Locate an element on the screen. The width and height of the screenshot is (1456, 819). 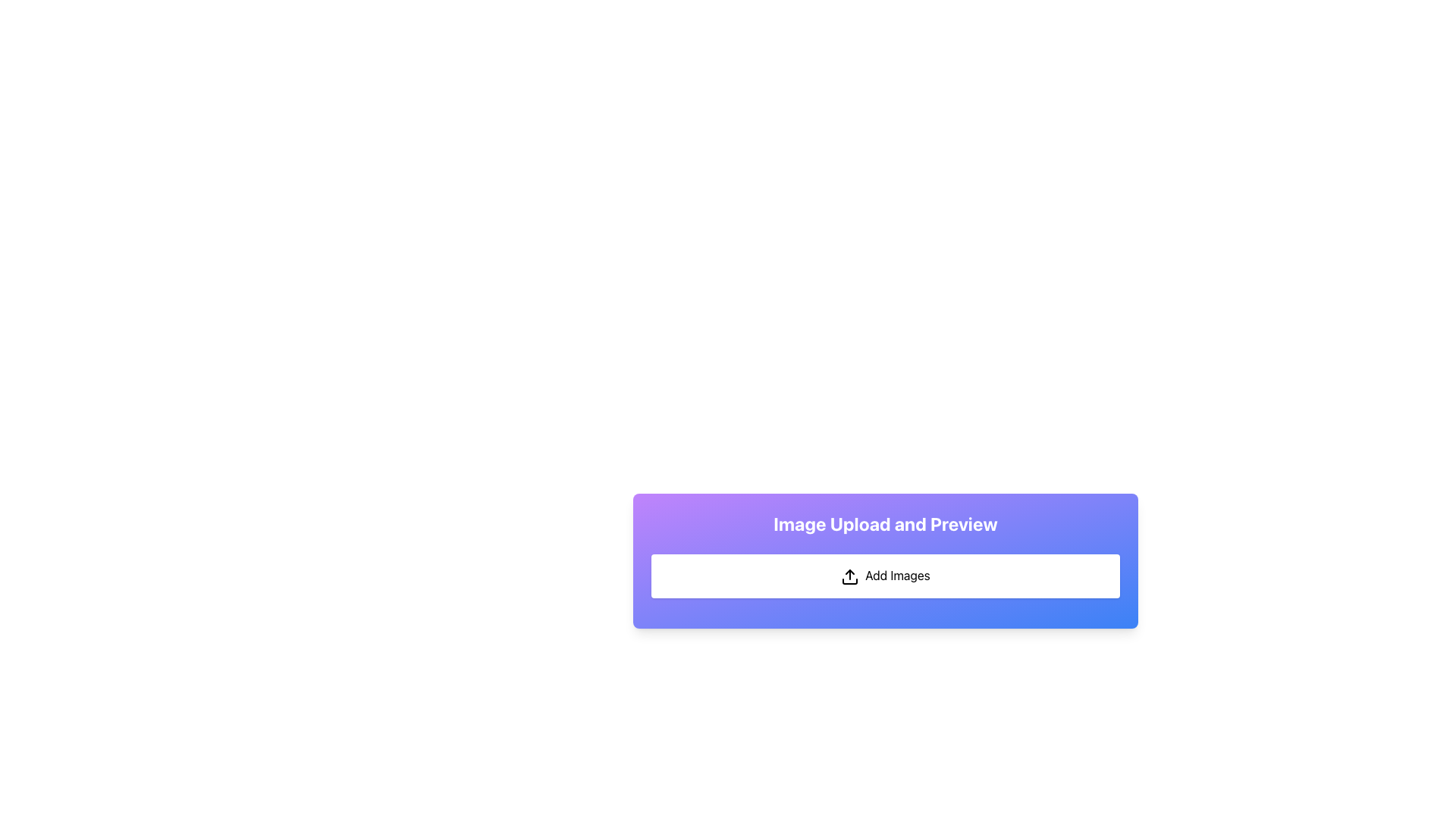
the upload icon located on the left side of the 'Add Images' button, which is part of a component designed for selecting or uploading images is located at coordinates (850, 576).